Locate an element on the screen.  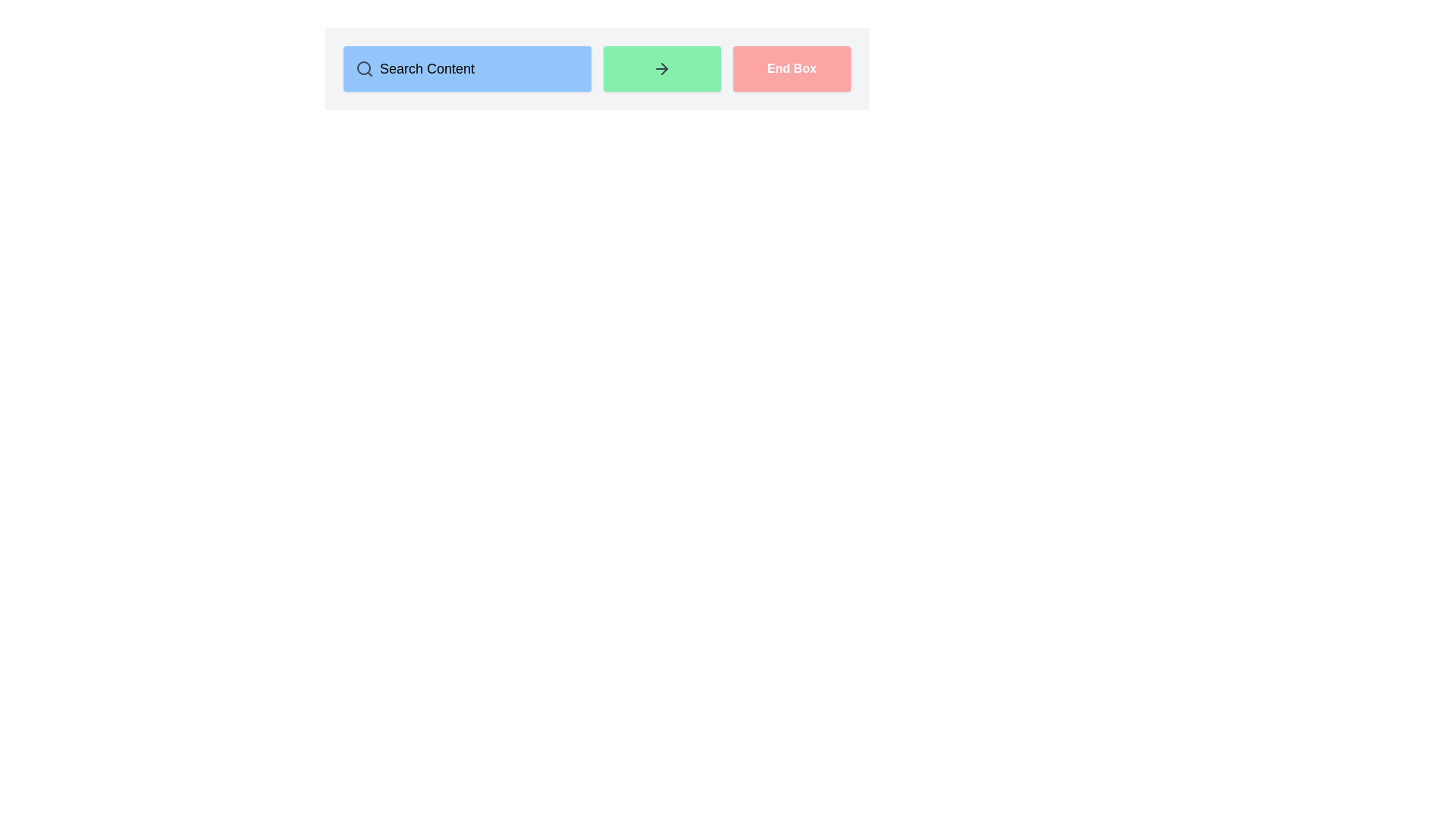
the arrow icon within the green rectangular button that is the second from the left in a group of three horizontally aligned buttons is located at coordinates (664, 69).